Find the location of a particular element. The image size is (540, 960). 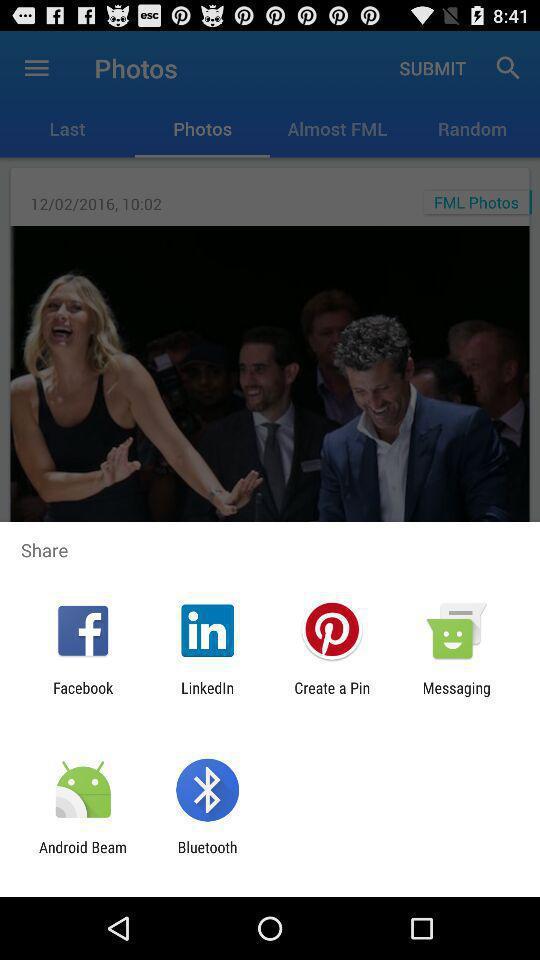

app next to create a pin is located at coordinates (206, 696).